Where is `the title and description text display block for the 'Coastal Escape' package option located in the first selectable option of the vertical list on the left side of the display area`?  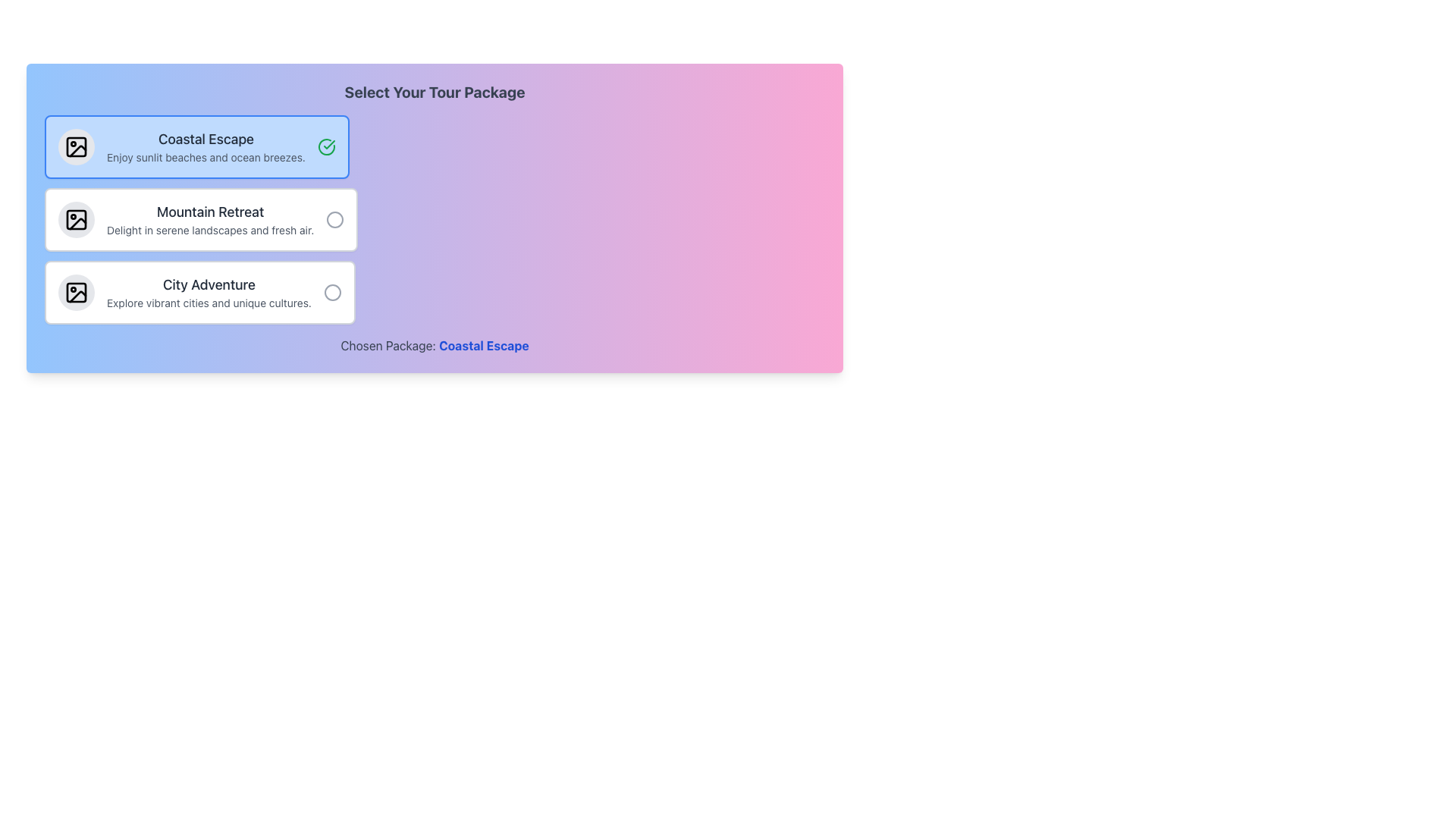 the title and description text display block for the 'Coastal Escape' package option located in the first selectable option of the vertical list on the left side of the display area is located at coordinates (205, 146).